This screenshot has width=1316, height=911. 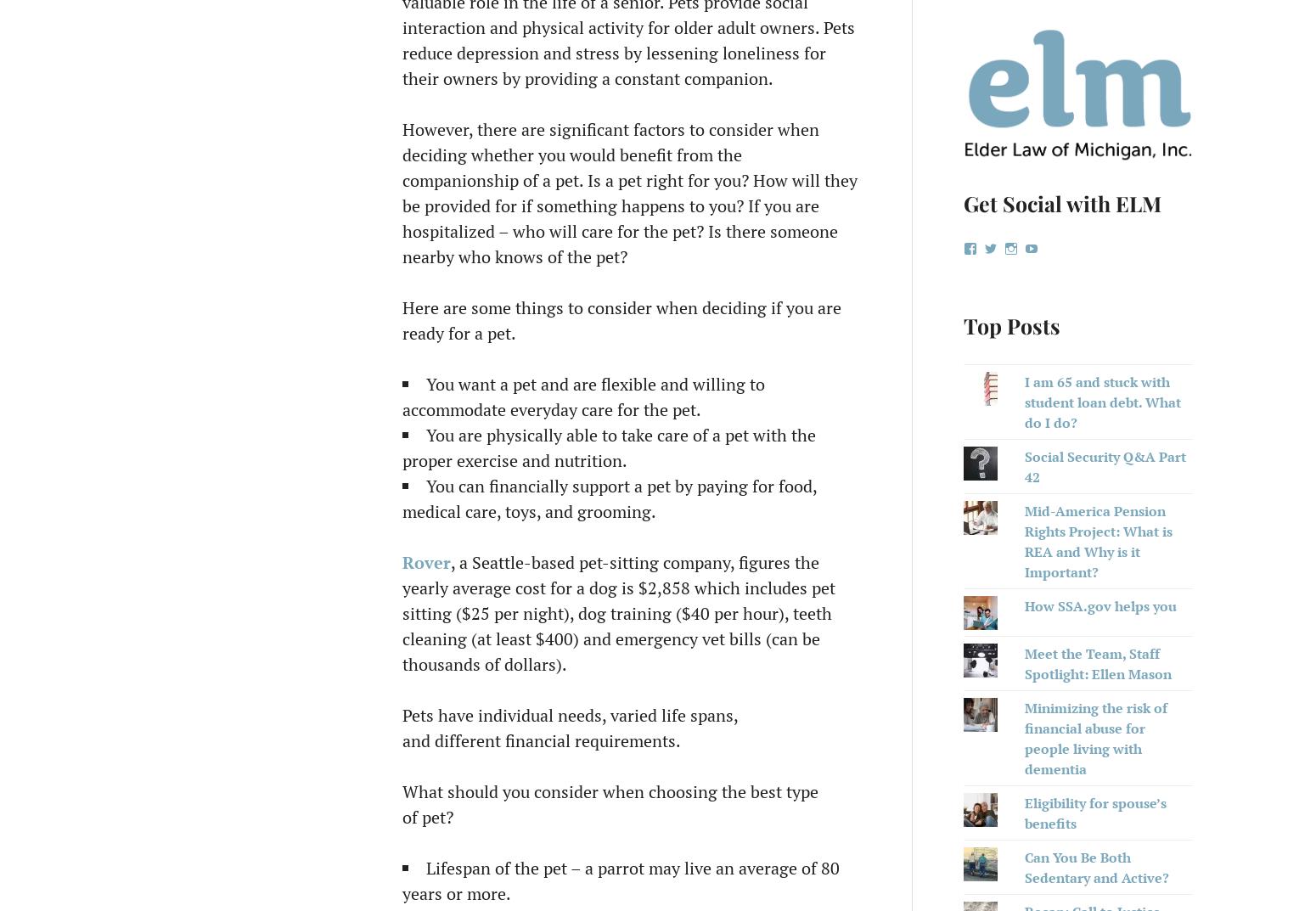 I want to click on 'How SSA.gov helps you', so click(x=1099, y=605).